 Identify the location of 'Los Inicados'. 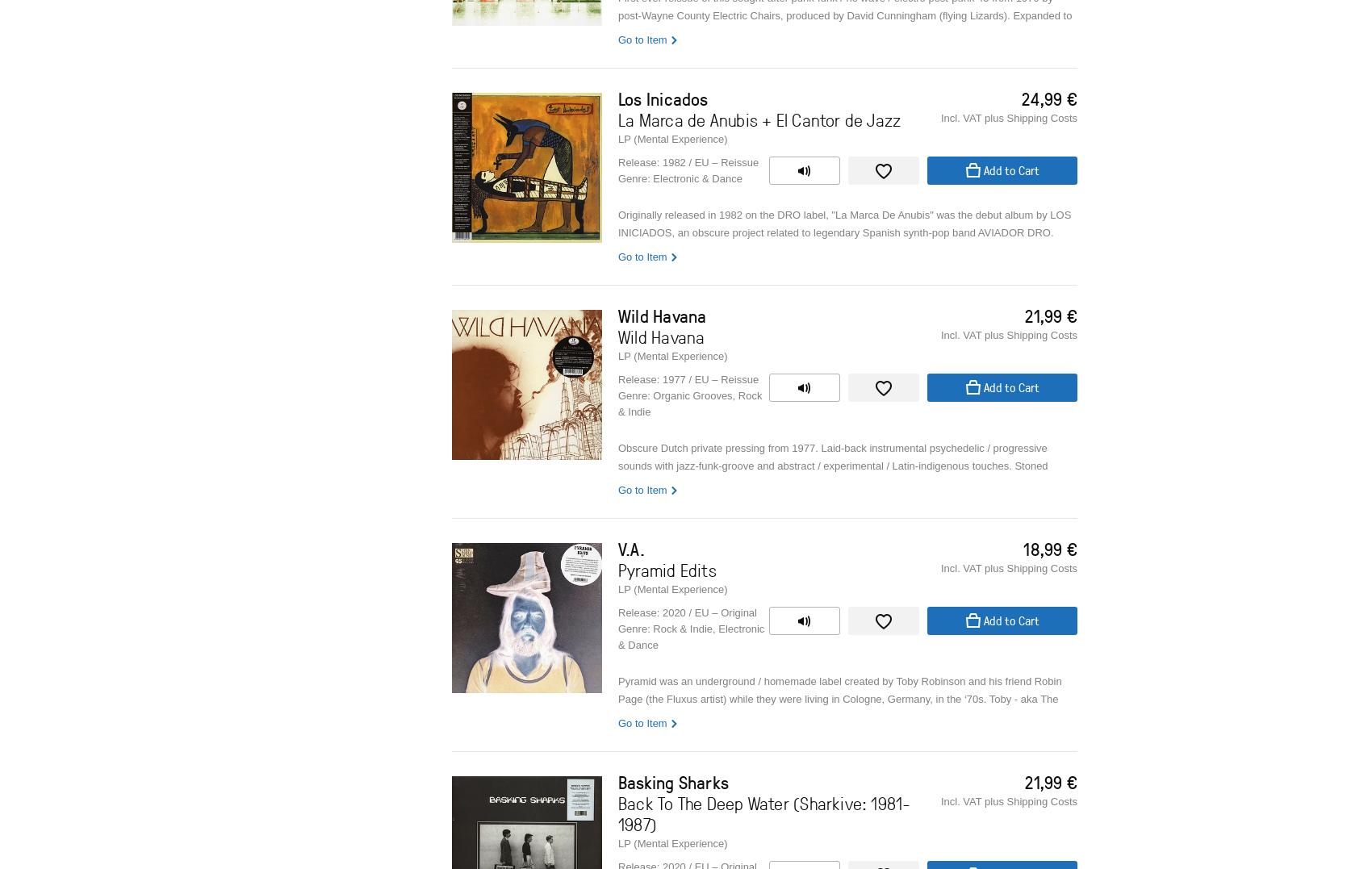
(617, 98).